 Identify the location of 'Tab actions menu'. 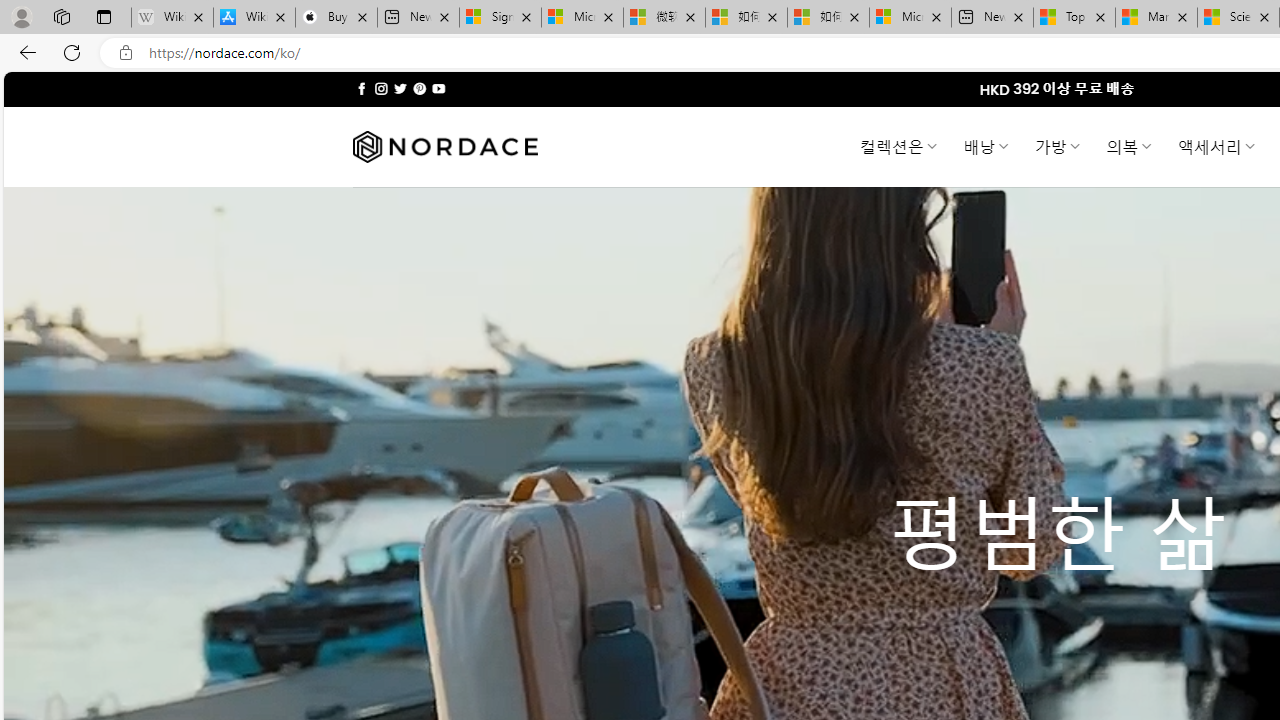
(103, 16).